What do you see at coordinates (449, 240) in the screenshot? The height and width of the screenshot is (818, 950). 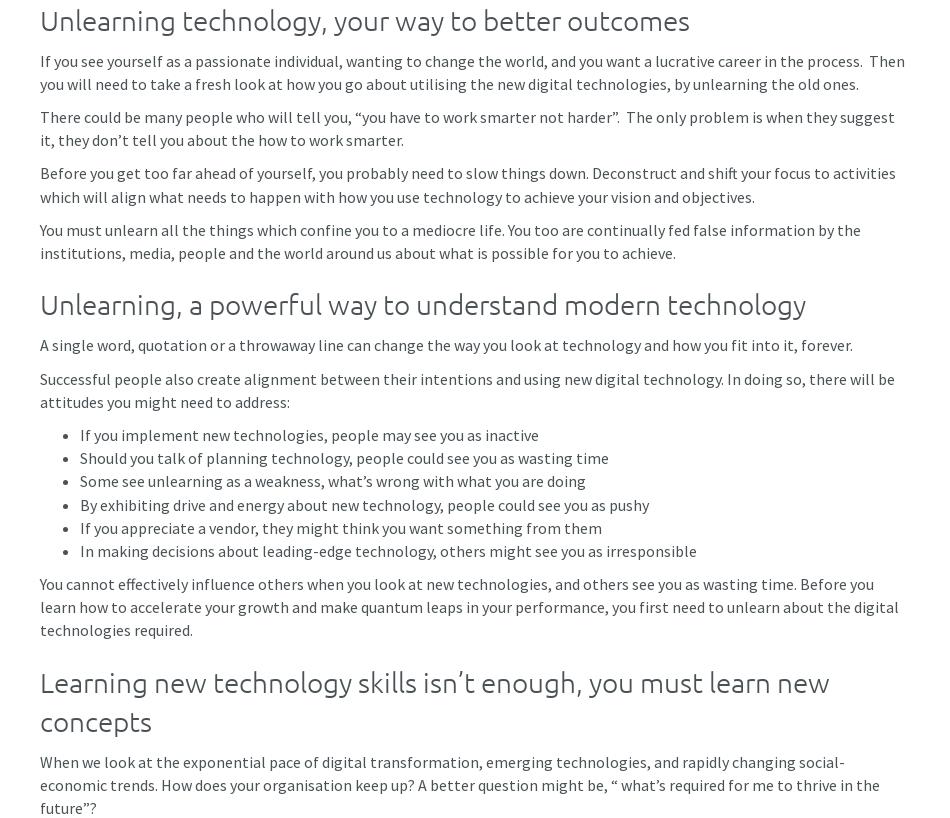 I see `'You must unlearn all the things which confine you to a mediocre life. You too are continually fed false information by the institutions, media, people and the world around us about what is possible for you to achieve.'` at bounding box center [449, 240].